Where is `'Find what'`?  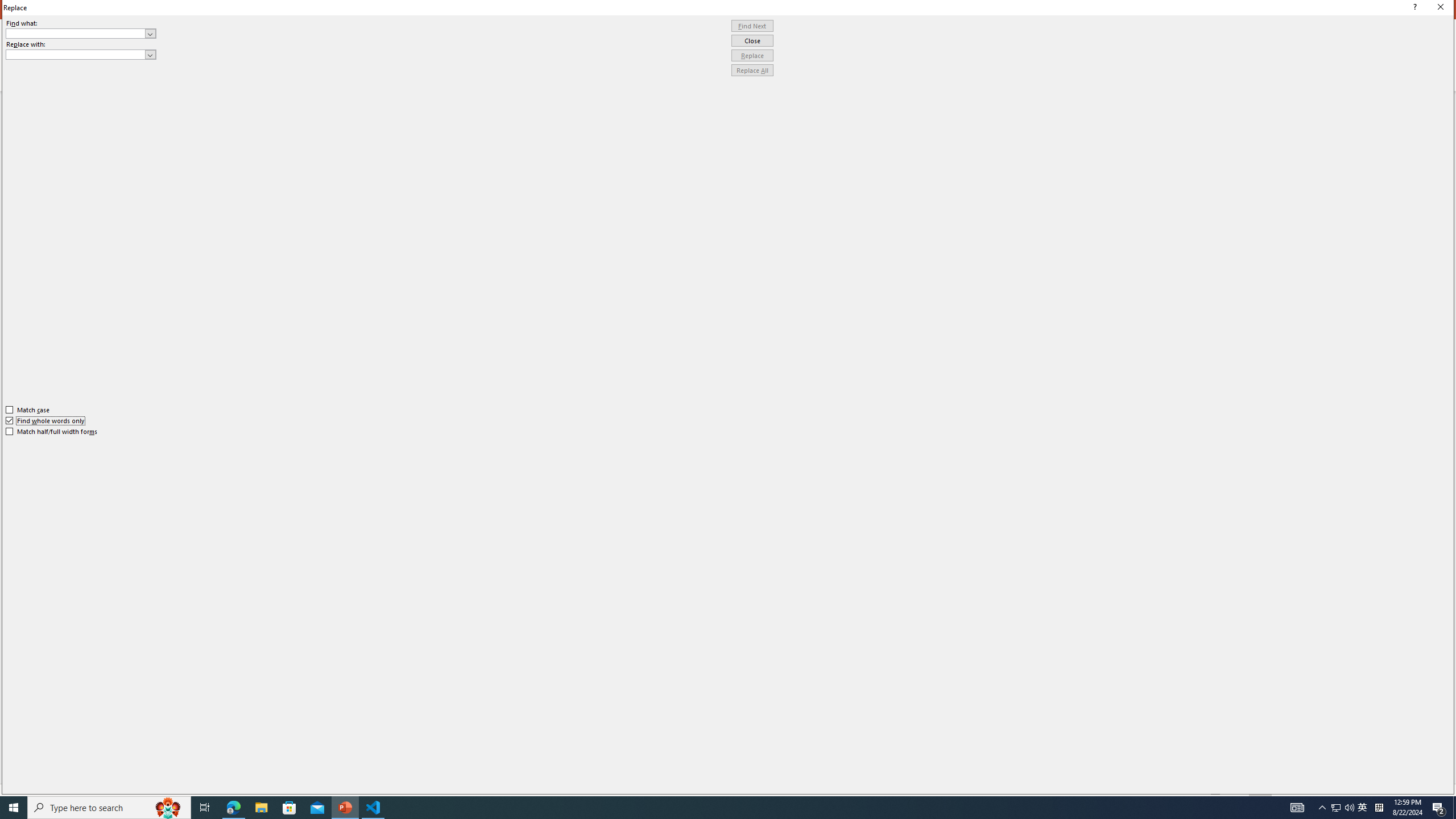
'Find what' is located at coordinates (76, 33).